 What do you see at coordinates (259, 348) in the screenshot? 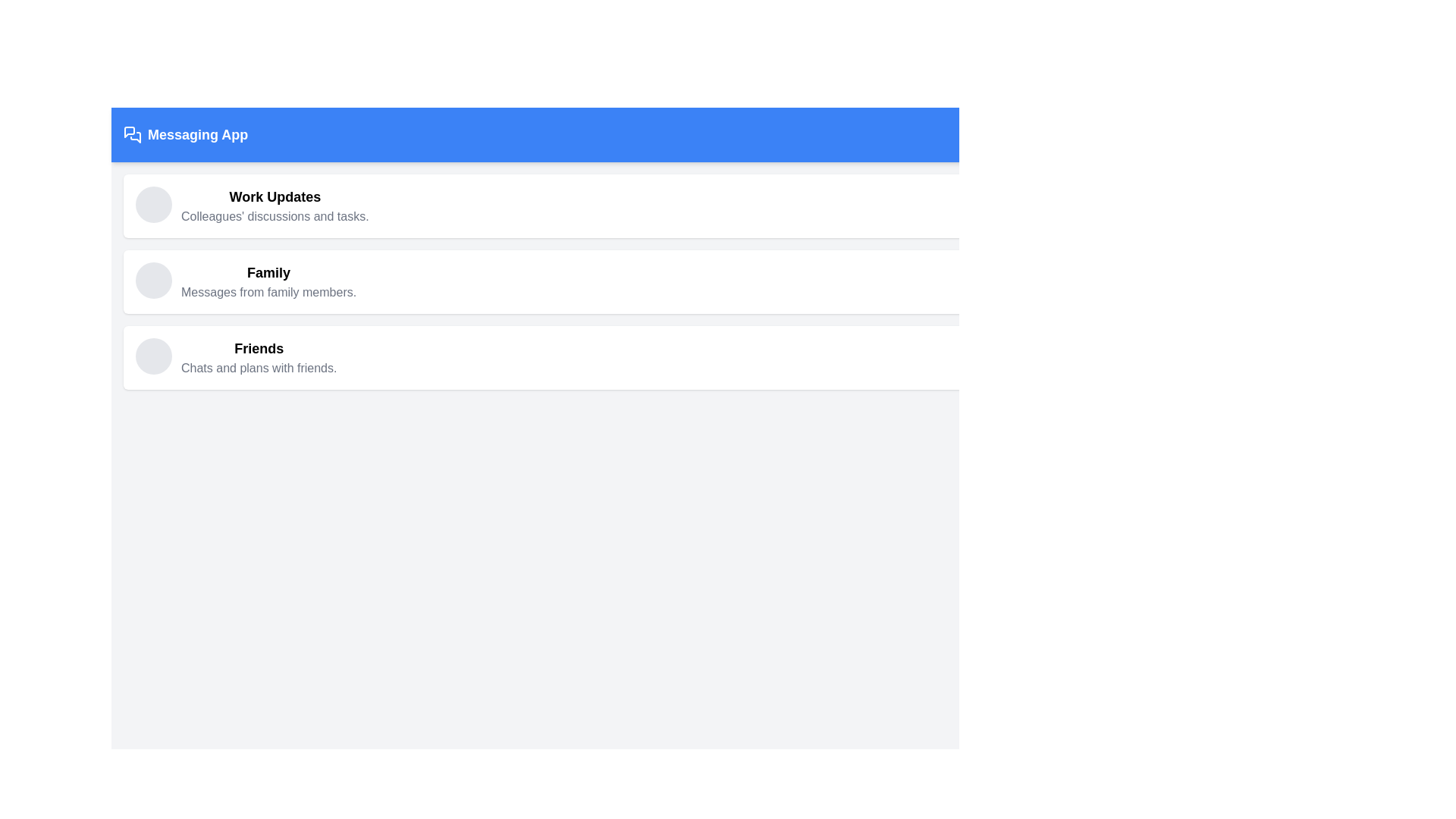
I see `text element labeled 'Friends', which is styled in bold and larger font, located in the third section of a list layout above the text 'Chats and plans with friends'` at bounding box center [259, 348].